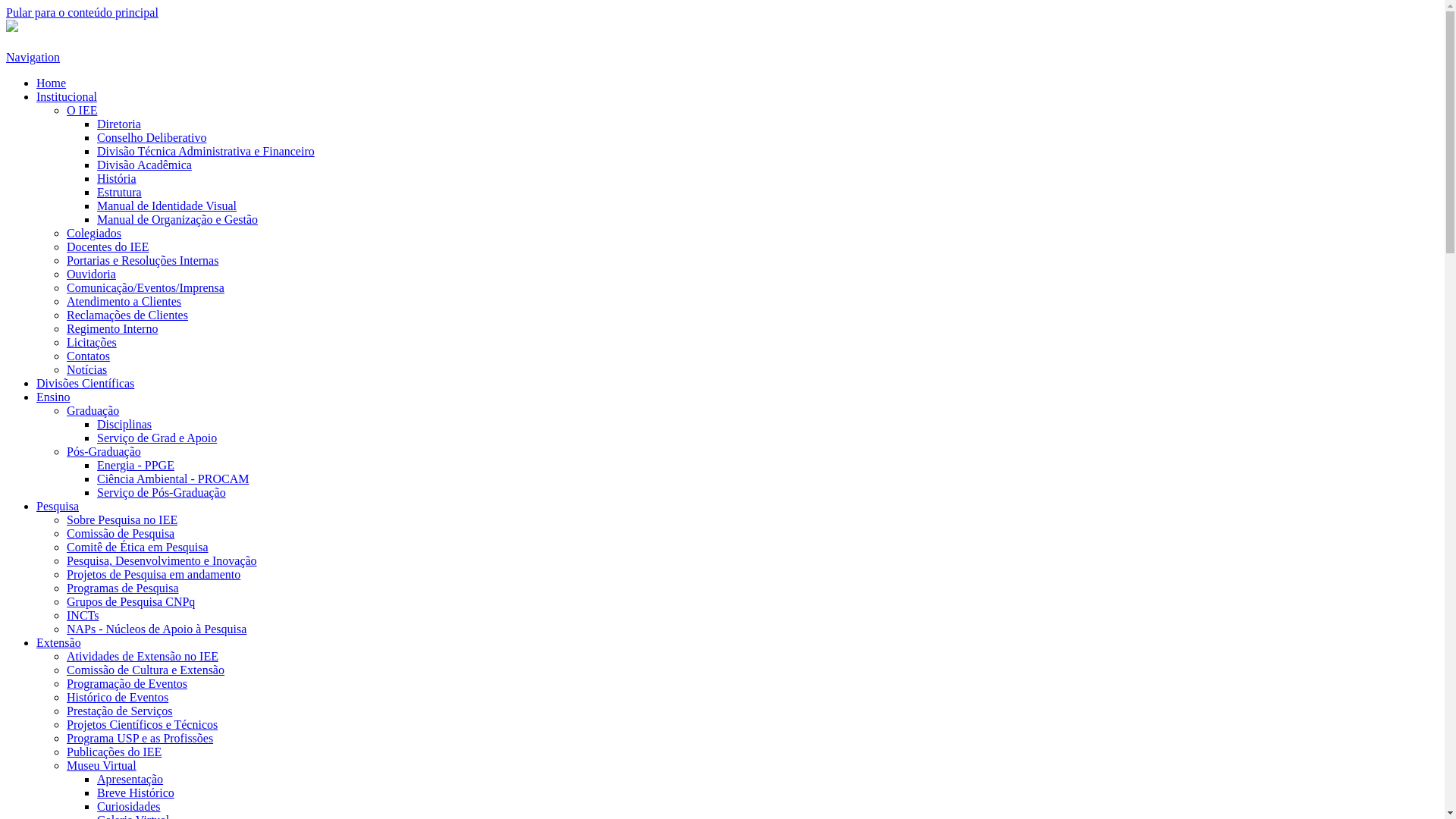 Image resolution: width=1456 pixels, height=819 pixels. I want to click on 'Home', so click(51, 83).